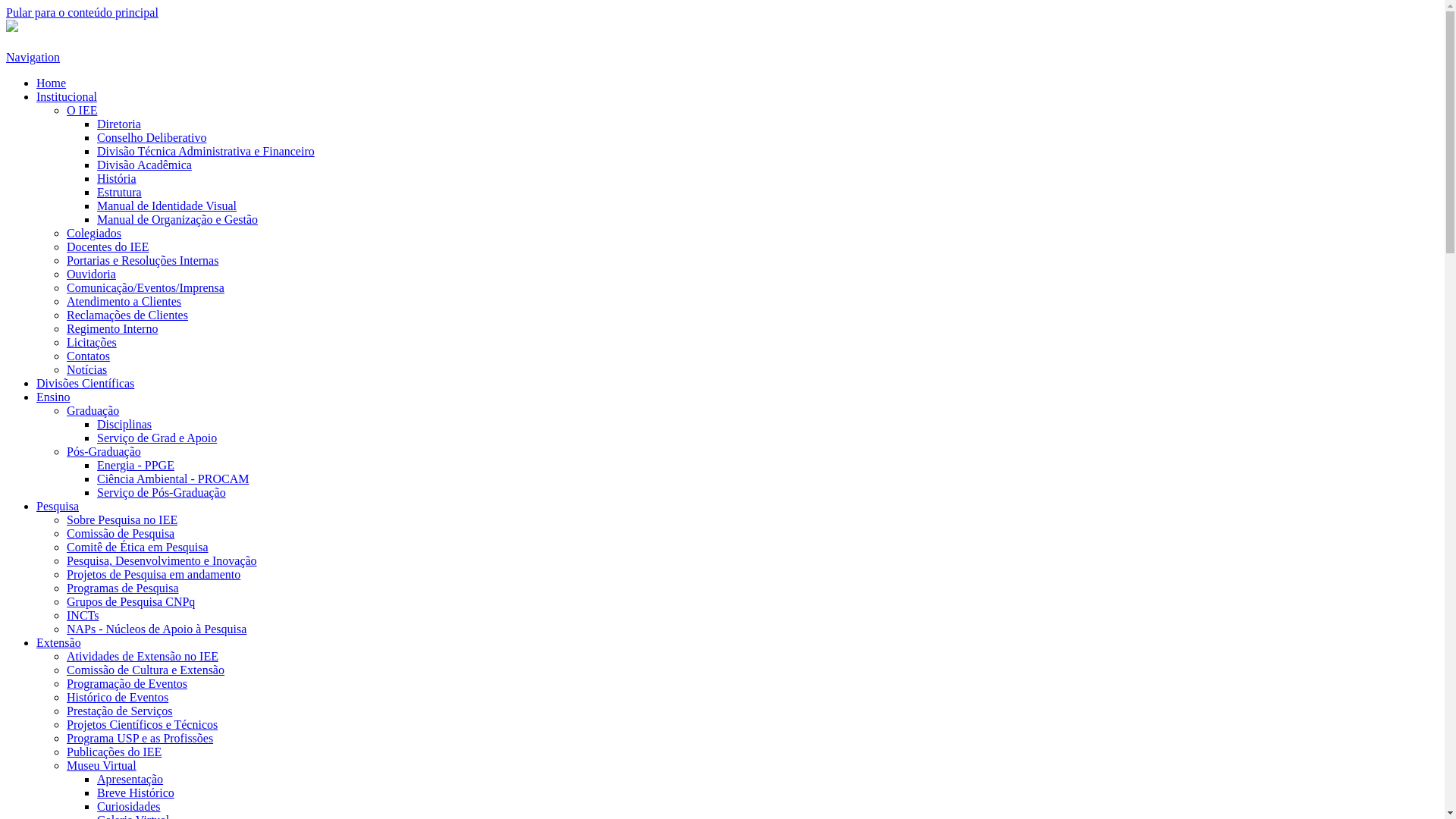 Image resolution: width=1456 pixels, height=819 pixels. I want to click on 'Home', so click(51, 83).